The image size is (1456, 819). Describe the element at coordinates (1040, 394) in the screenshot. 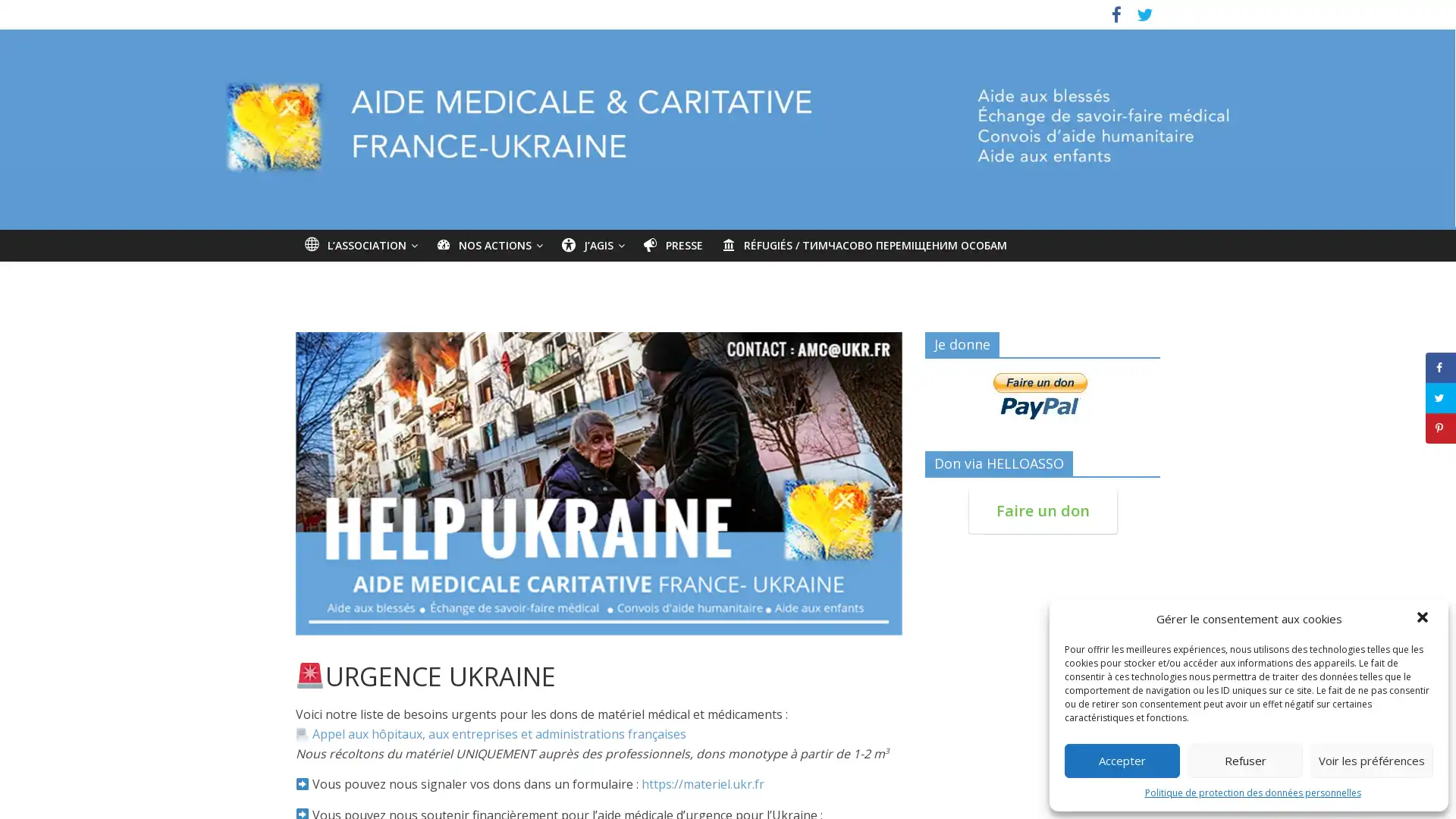

I see `PayPal - The safer, easier way to pay online.` at that location.